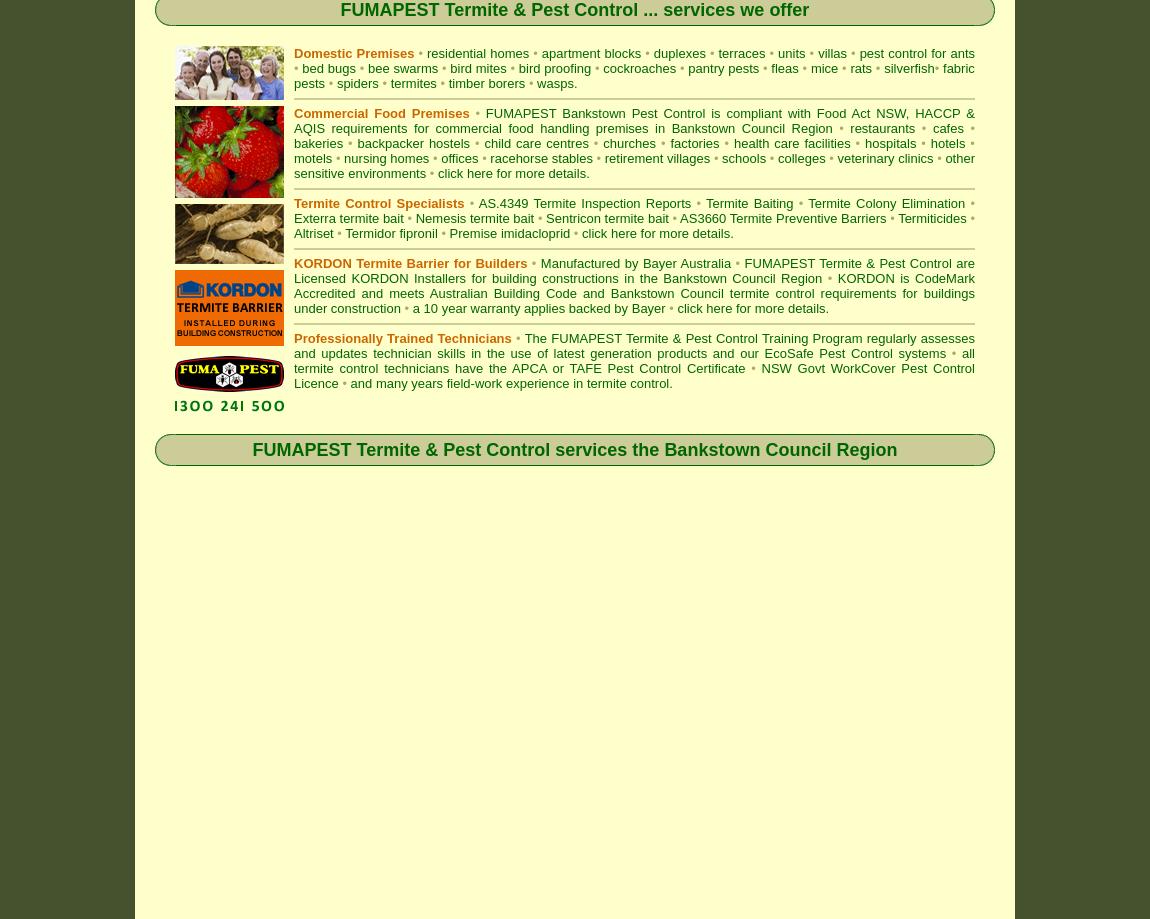 This screenshot has height=919, width=1150. I want to click on 'bakeries', so click(318, 142).